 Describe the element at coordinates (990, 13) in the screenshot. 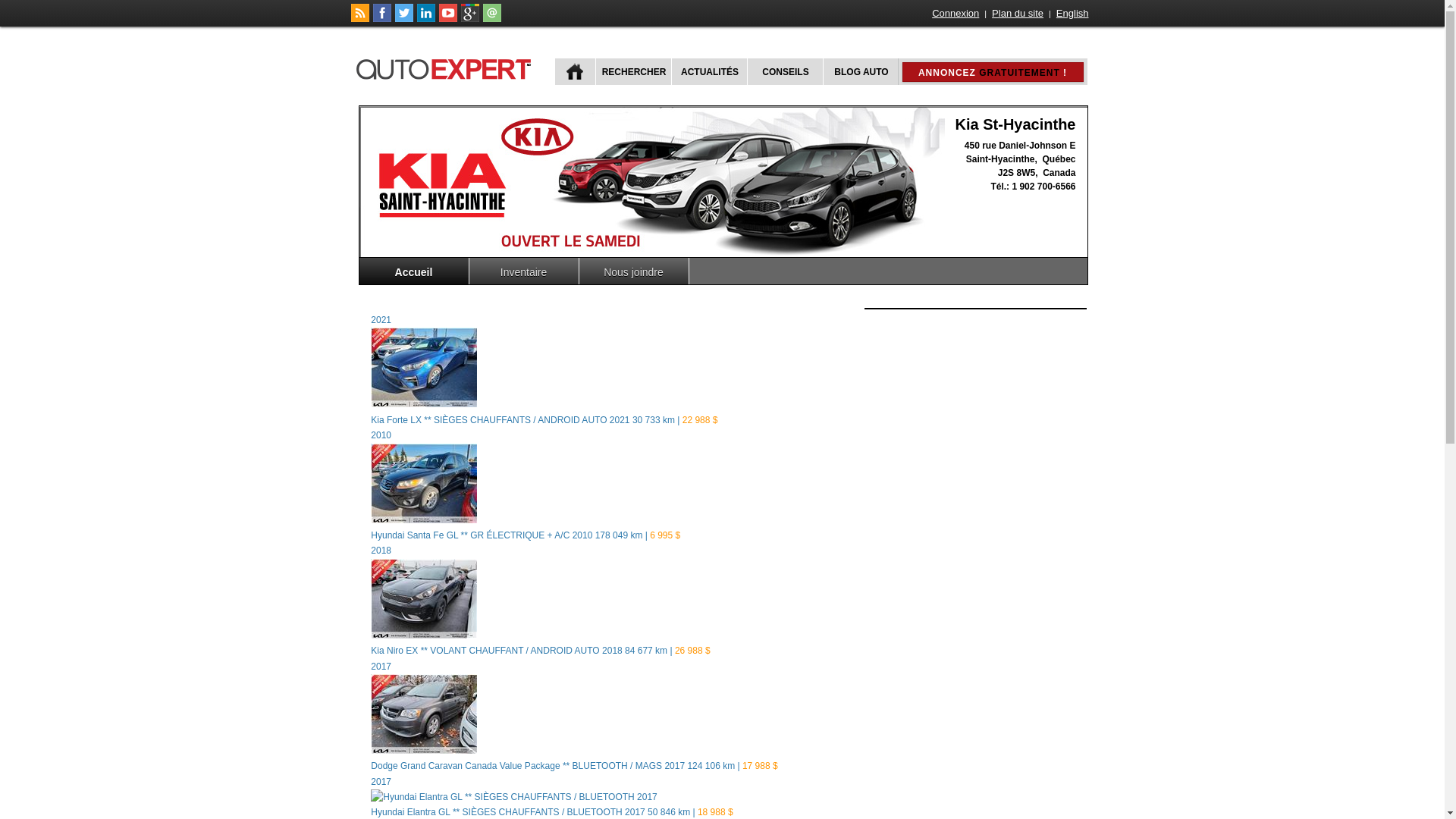

I see `'Plan du site'` at that location.